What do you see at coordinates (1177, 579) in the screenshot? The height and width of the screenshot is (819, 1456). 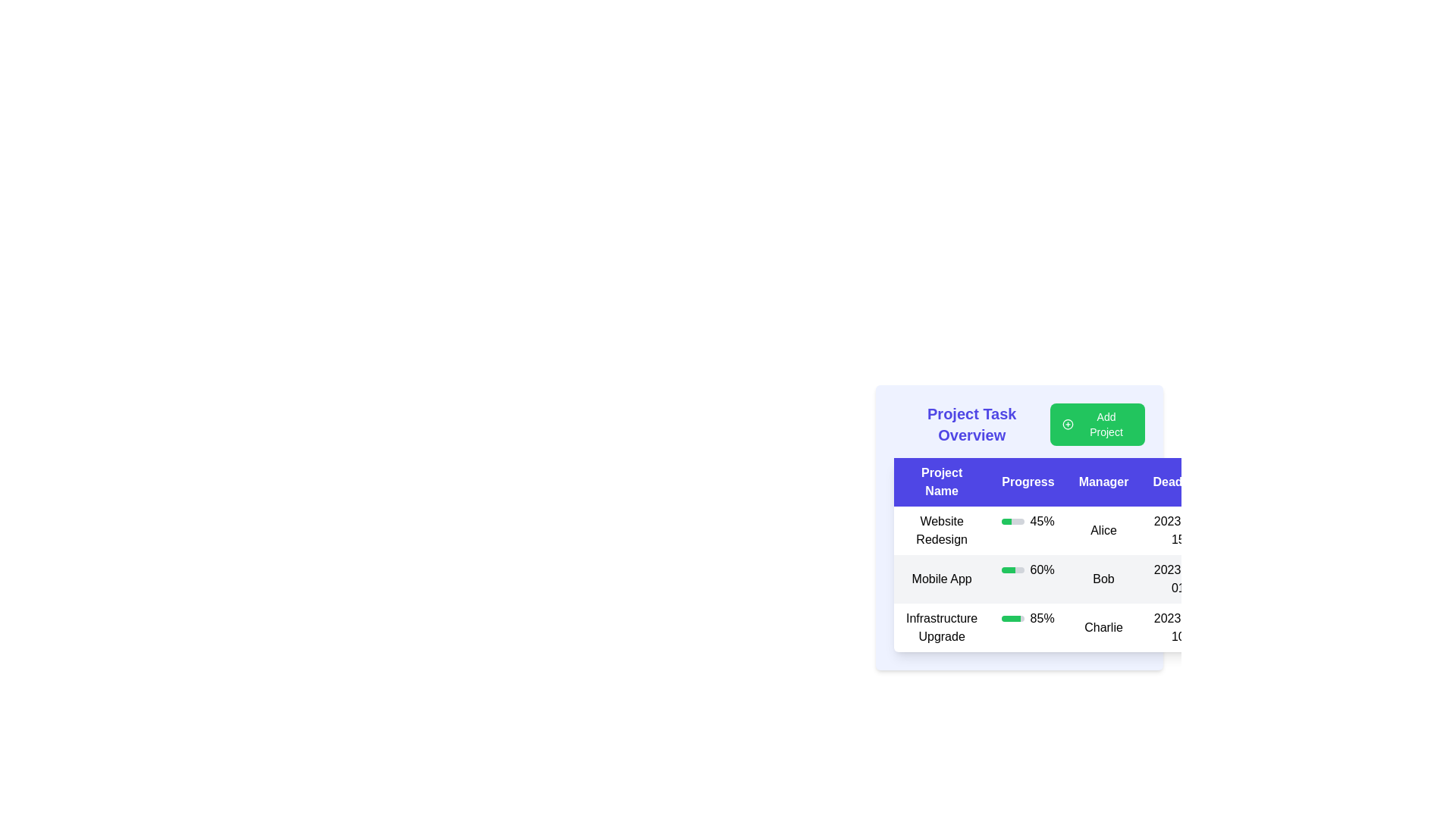 I see `date '2023-12-01' displayed in the rightmost column of the tabular interface for the 'Mobile App' project, under the 'Deadline' column` at bounding box center [1177, 579].